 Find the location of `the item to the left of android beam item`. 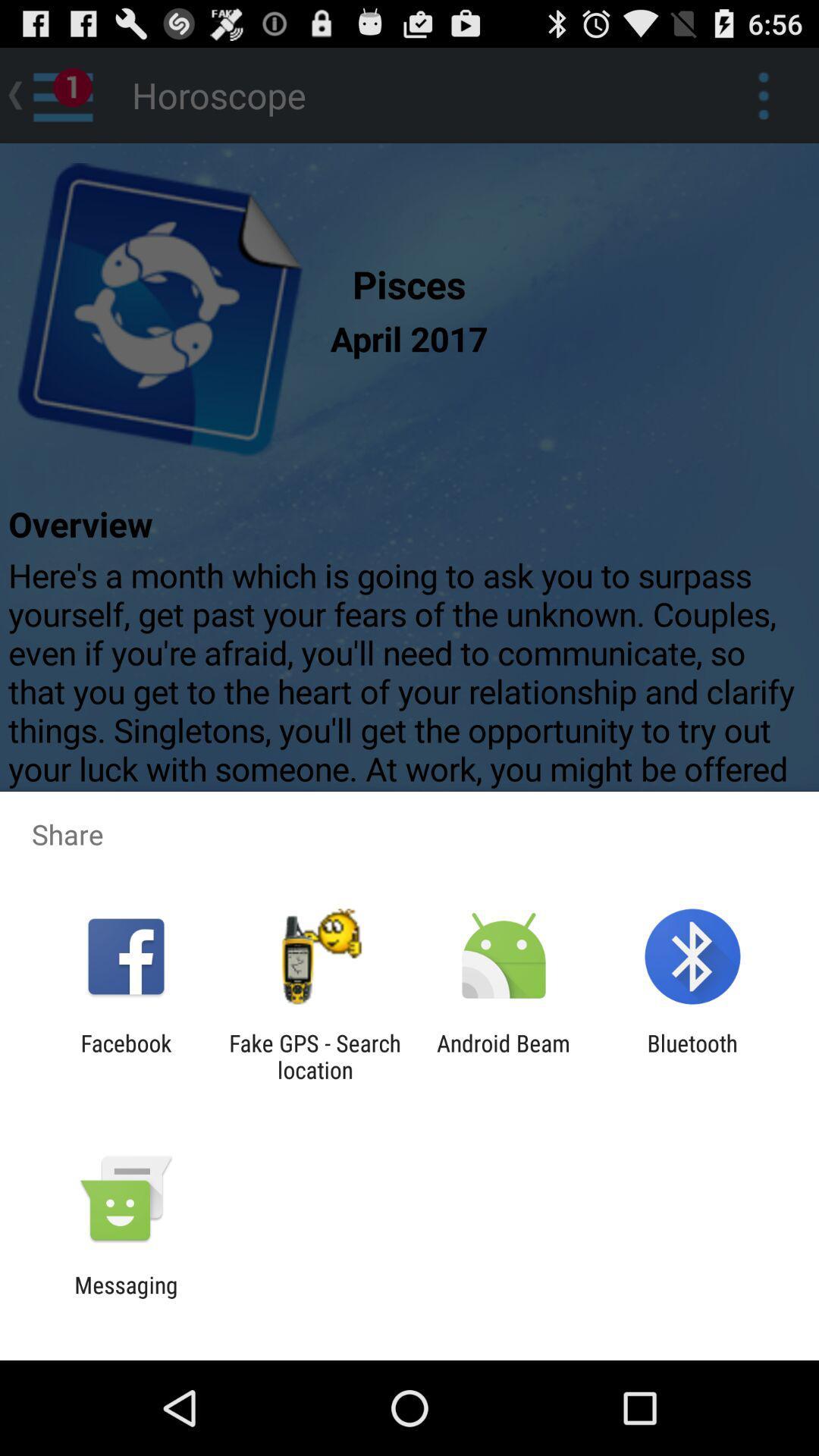

the item to the left of android beam item is located at coordinates (314, 1056).